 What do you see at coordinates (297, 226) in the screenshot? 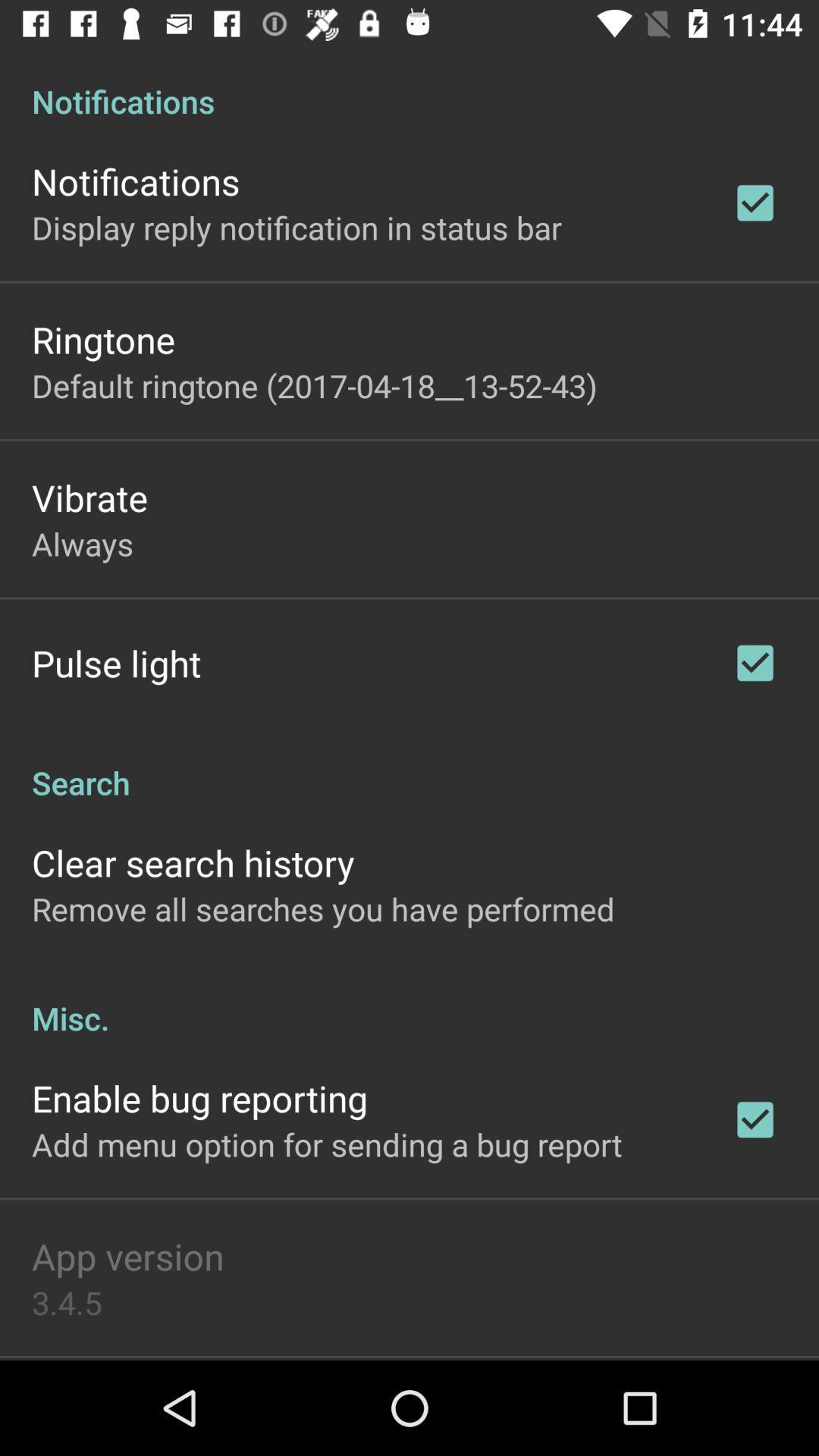
I see `the icon below the notifications icon` at bounding box center [297, 226].